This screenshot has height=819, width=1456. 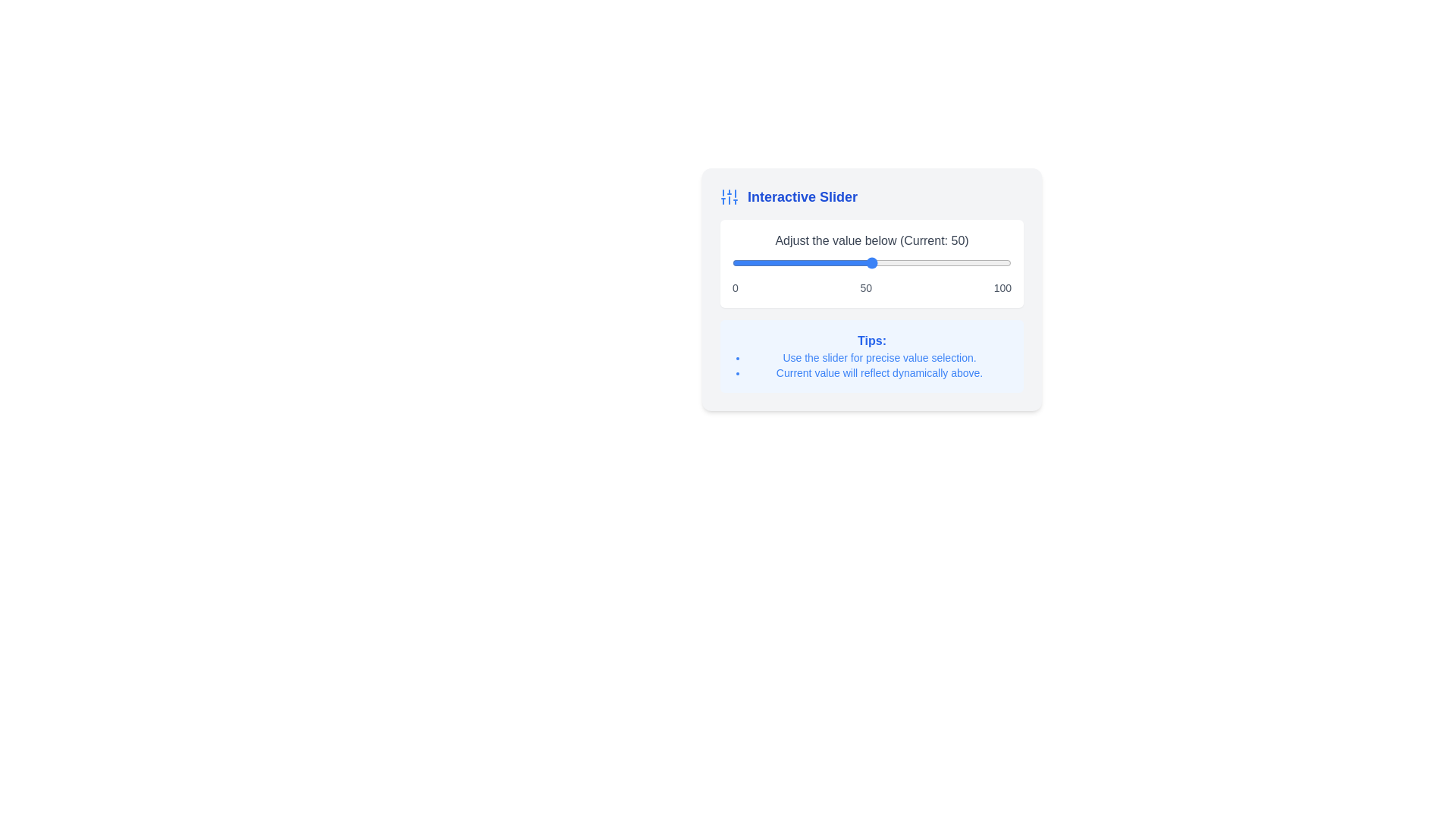 What do you see at coordinates (872, 288) in the screenshot?
I see `the label component for the slider, which displays the numbers '0', '50', and '100'` at bounding box center [872, 288].